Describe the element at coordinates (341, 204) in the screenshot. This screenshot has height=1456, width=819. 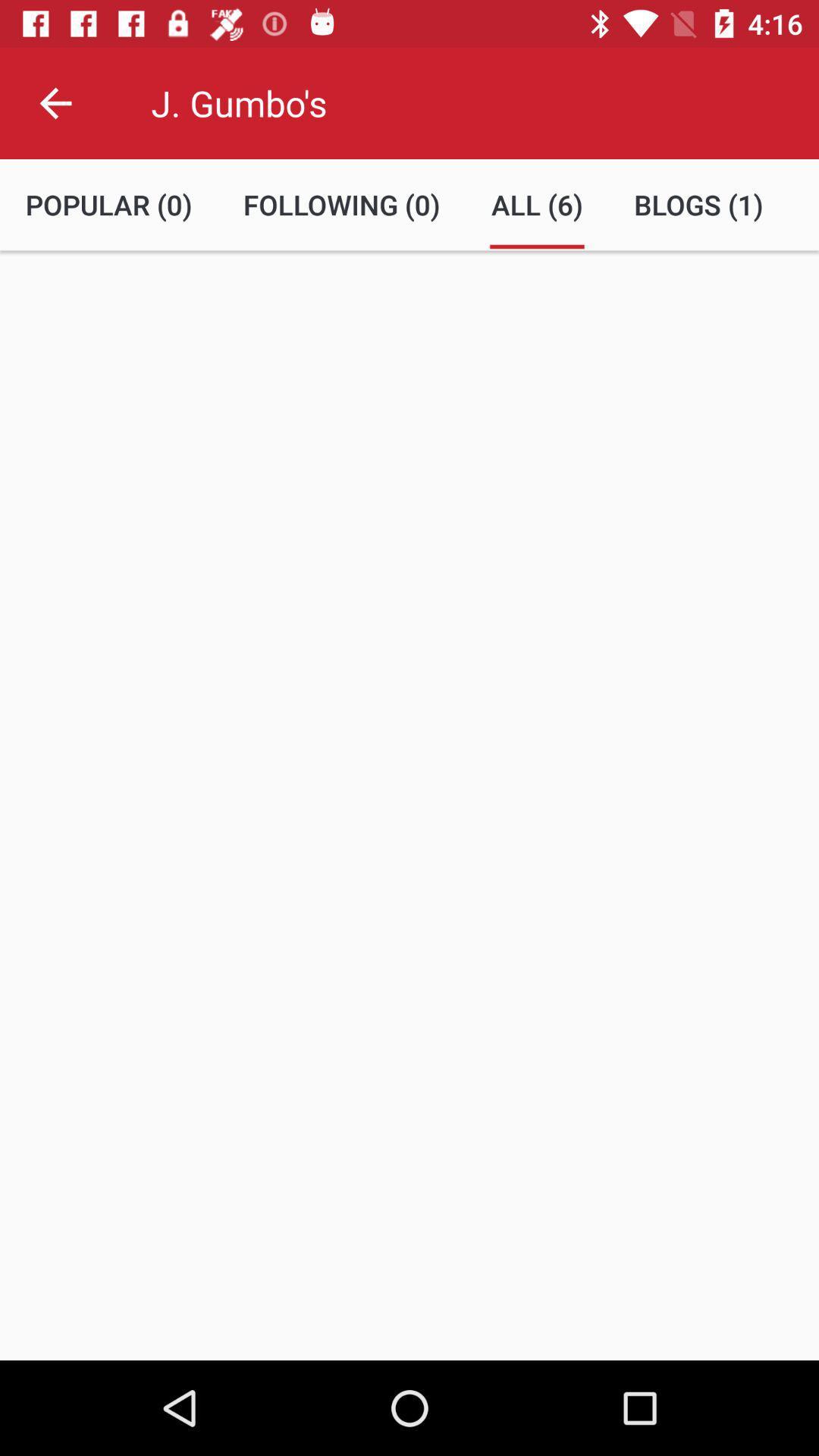
I see `the following (0) item` at that location.